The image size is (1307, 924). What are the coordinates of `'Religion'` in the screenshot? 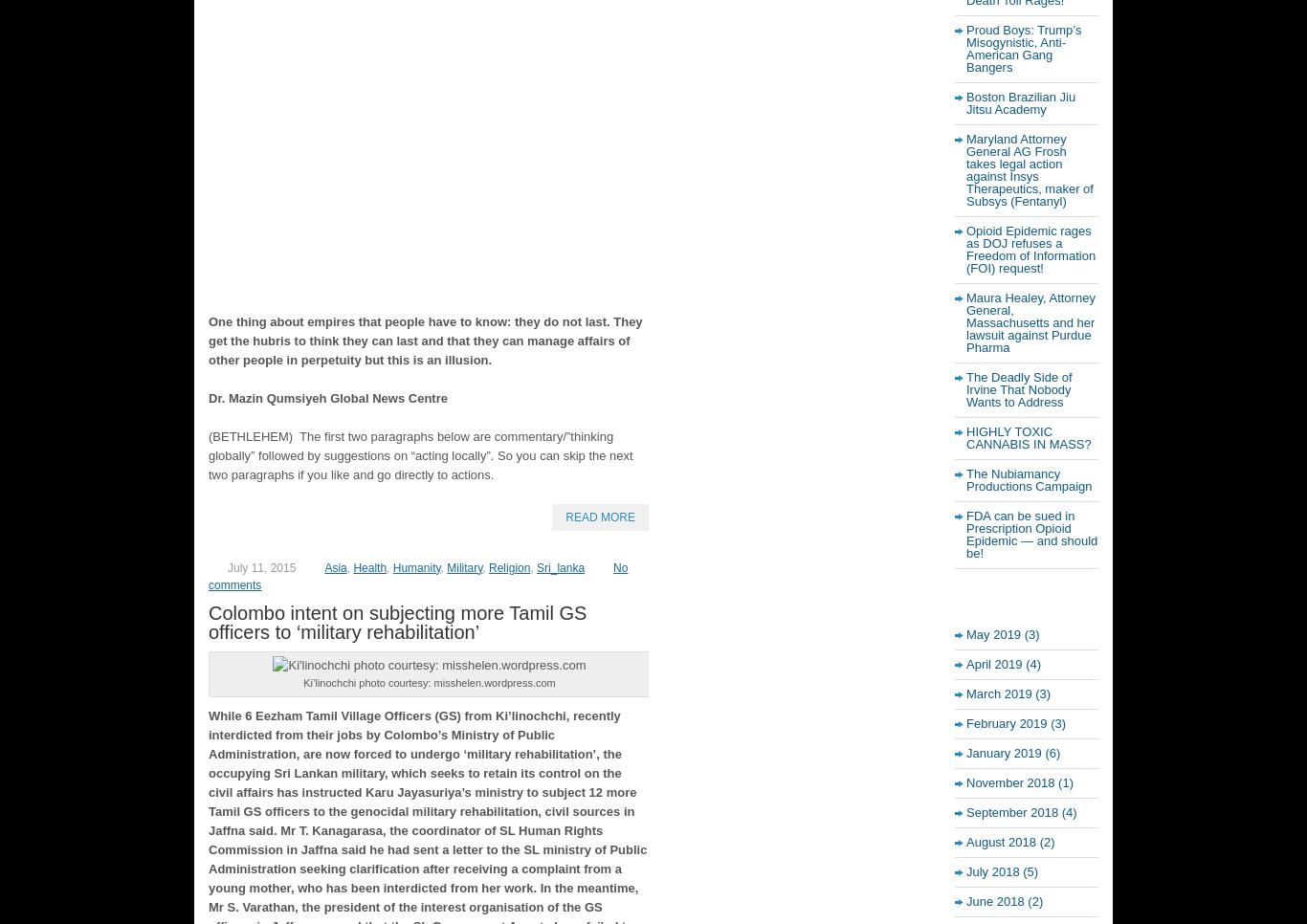 It's located at (509, 567).